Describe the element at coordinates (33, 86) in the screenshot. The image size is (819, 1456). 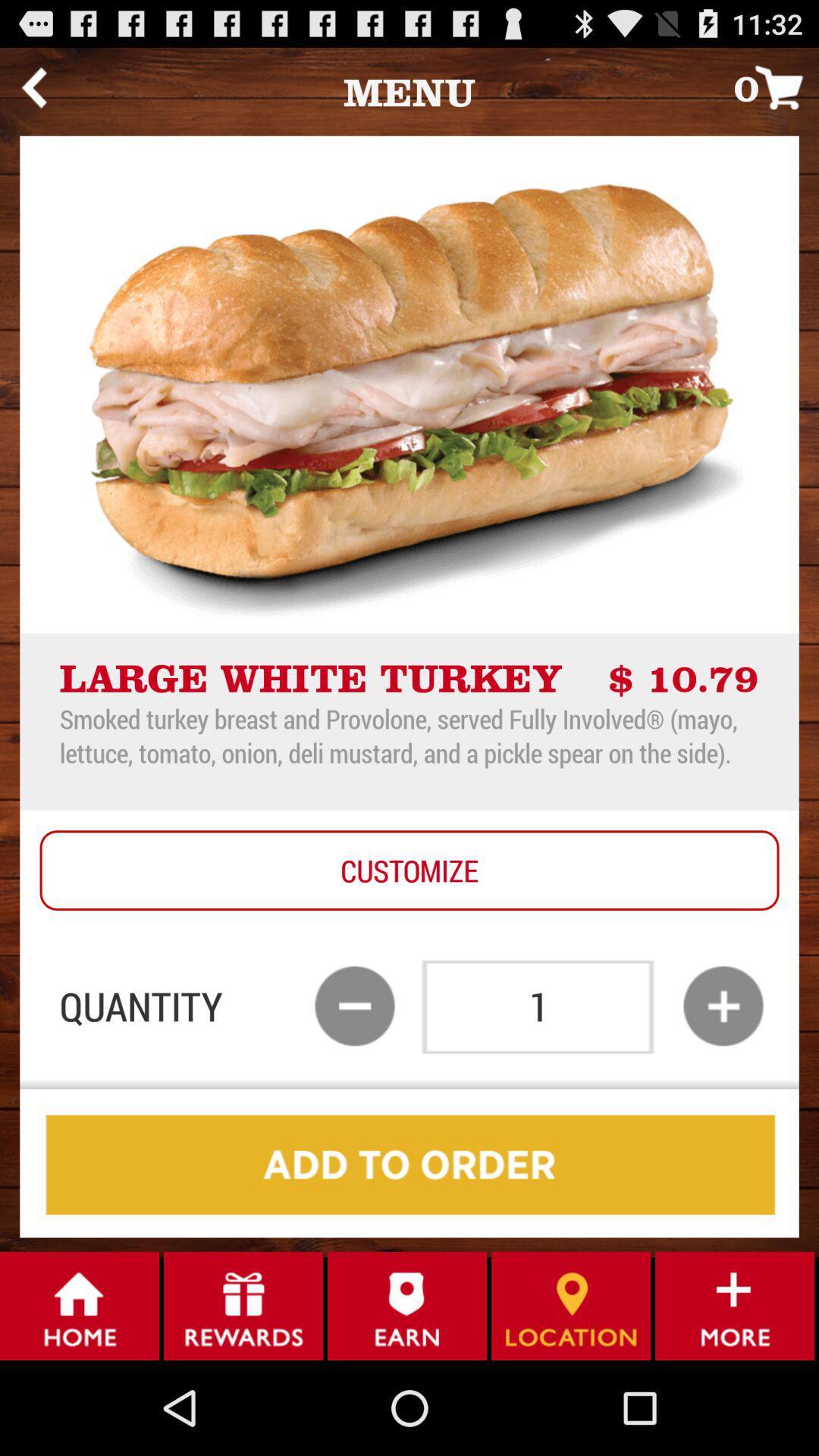
I see `the app to the left of menu icon` at that location.